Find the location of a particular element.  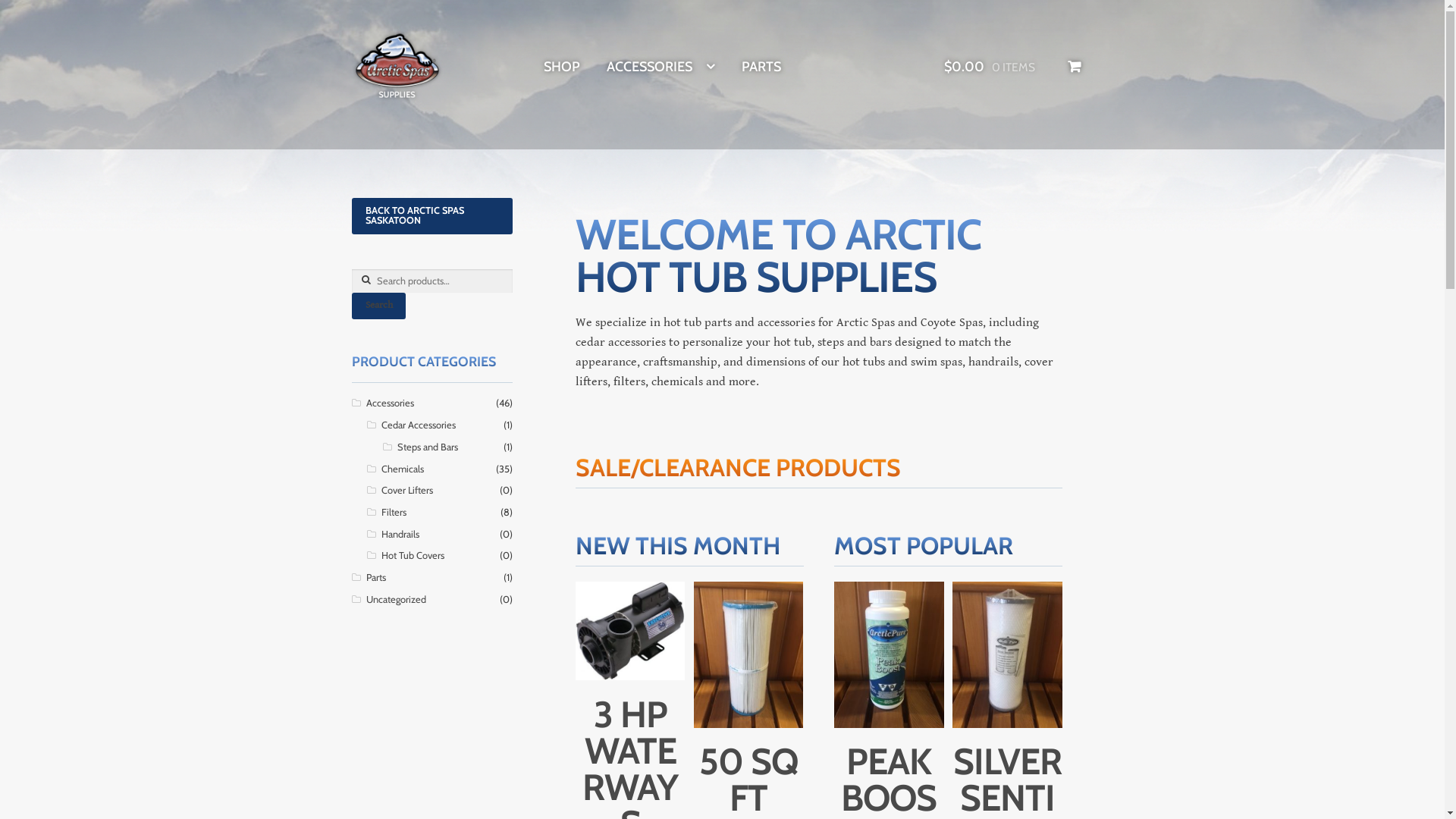

'Steps and Bars' is located at coordinates (426, 446).